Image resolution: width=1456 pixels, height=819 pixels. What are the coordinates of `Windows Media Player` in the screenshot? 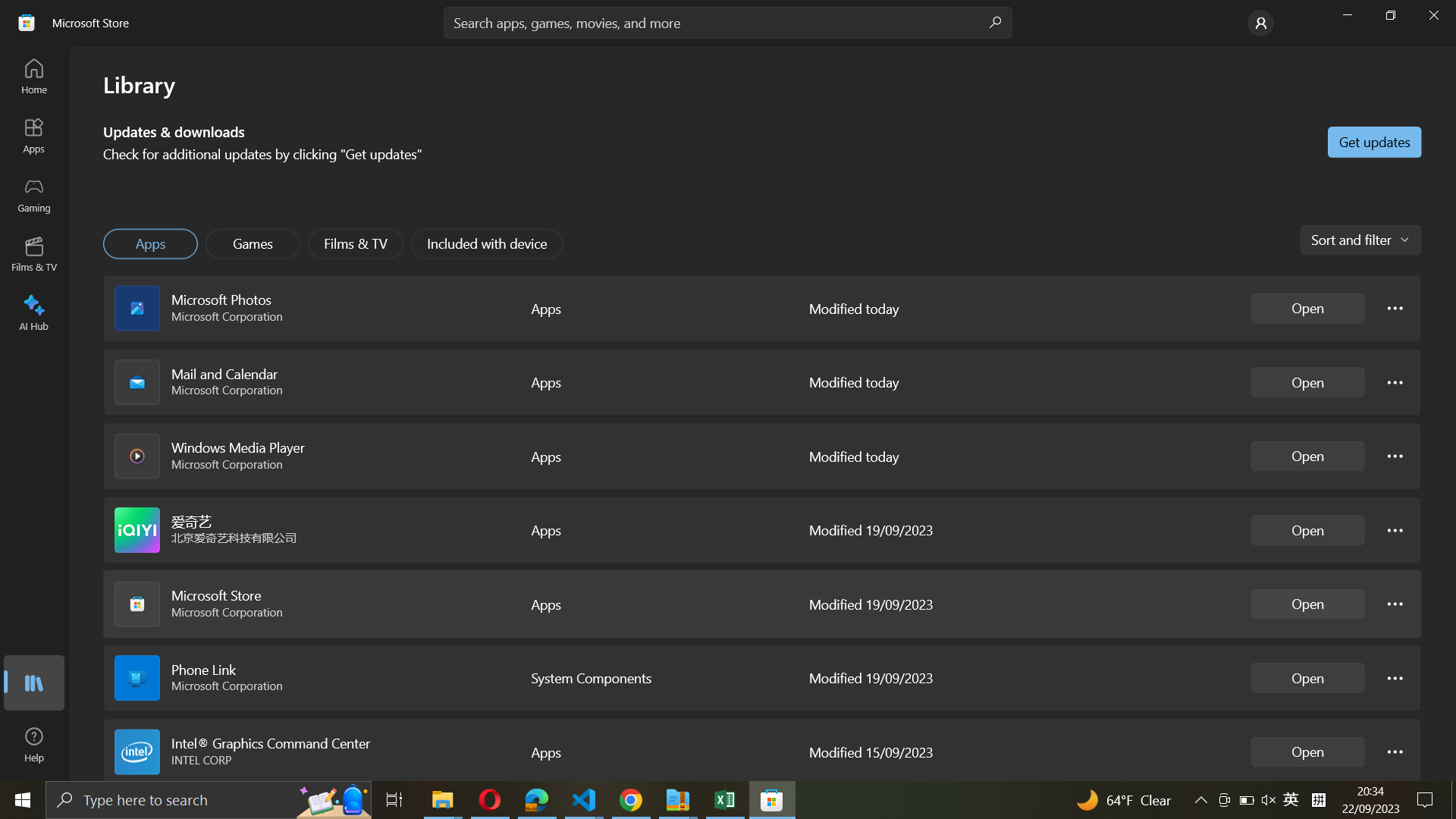 It's located at (1307, 454).